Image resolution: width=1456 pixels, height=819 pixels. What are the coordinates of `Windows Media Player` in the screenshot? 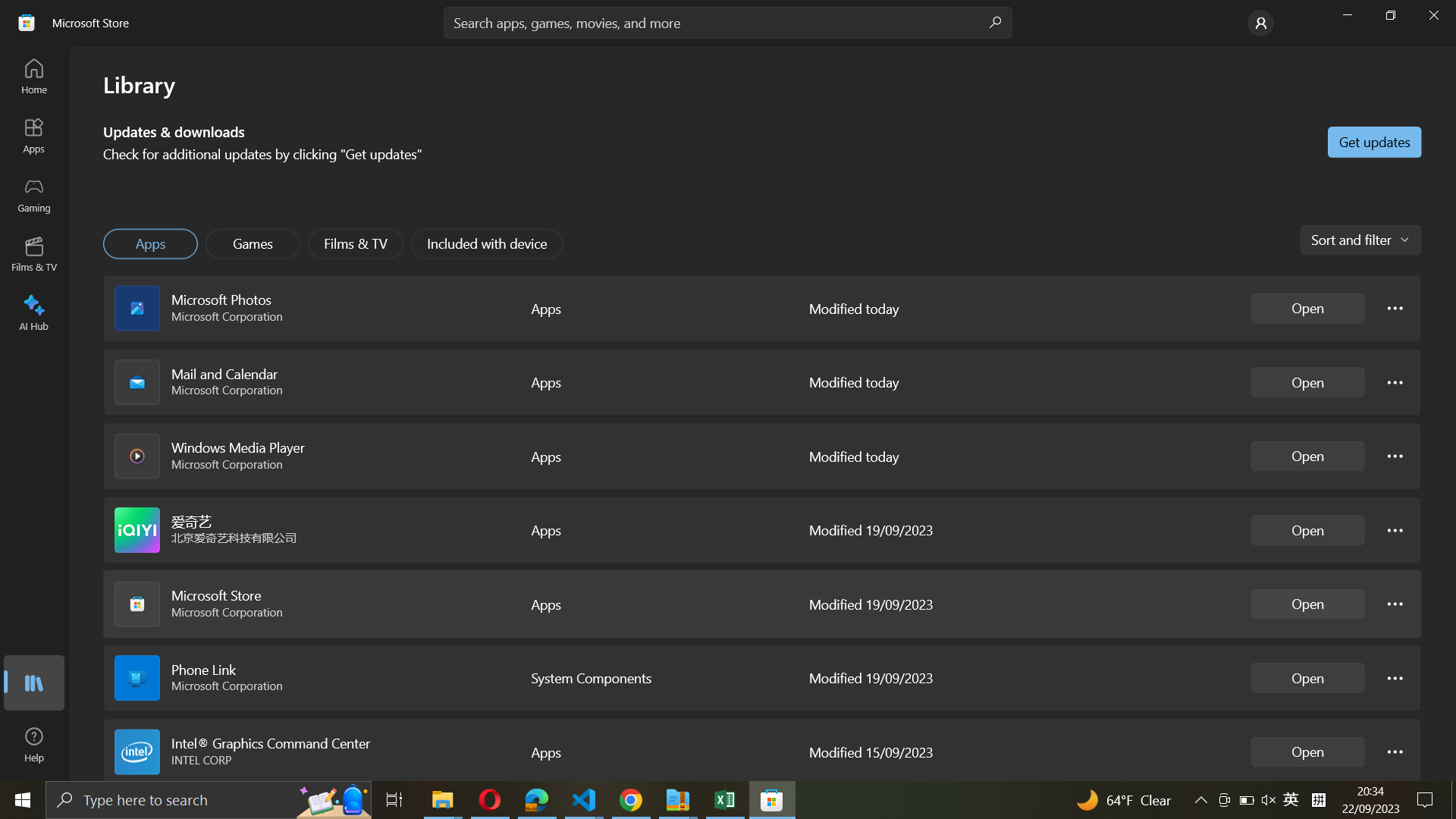 It's located at (1307, 454).